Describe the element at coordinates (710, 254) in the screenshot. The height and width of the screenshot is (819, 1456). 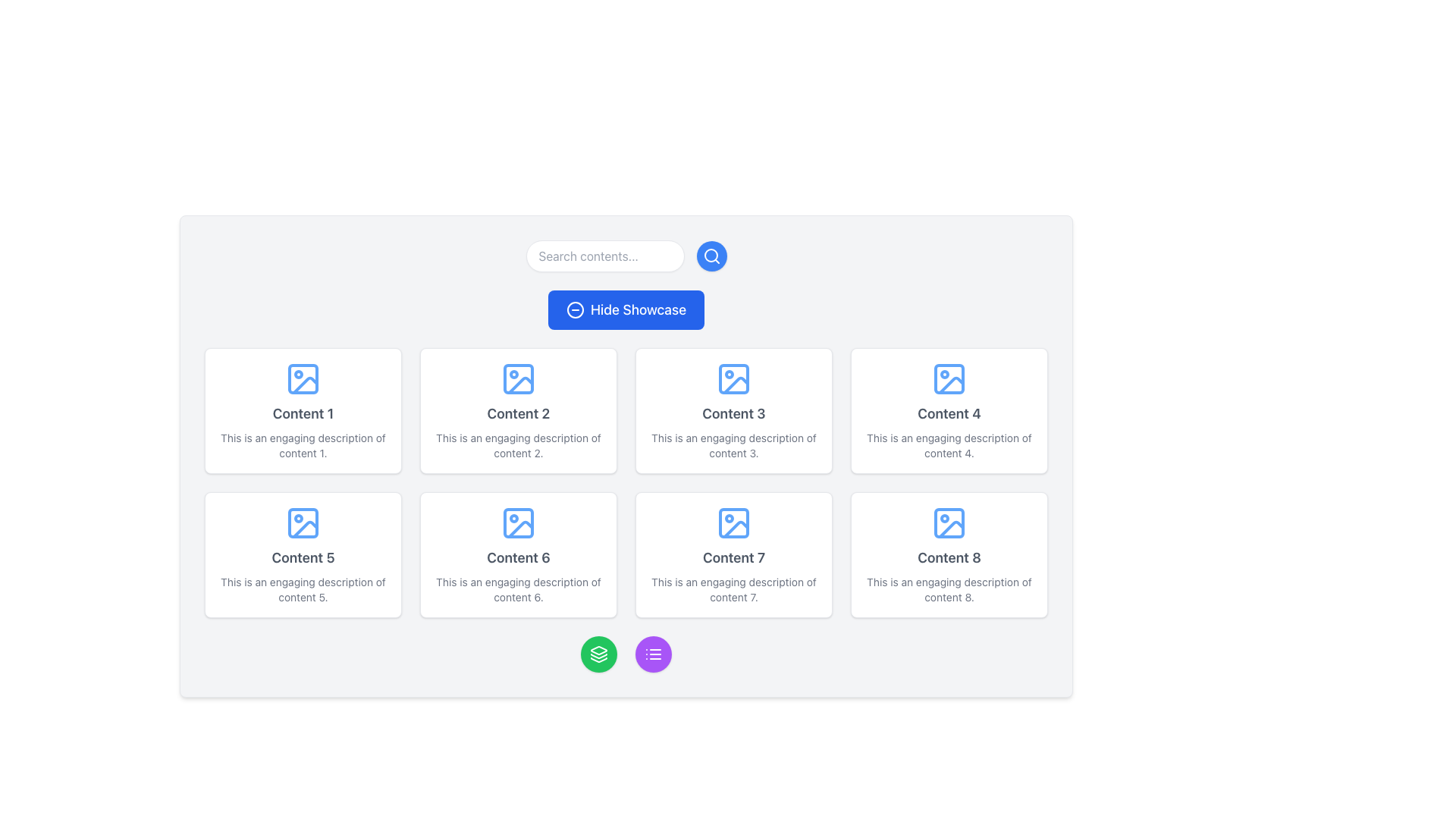
I see `the circular SVG graphic element representing the lens of the magnifying glass in the search icon located at the top-right corner of the interface` at that location.